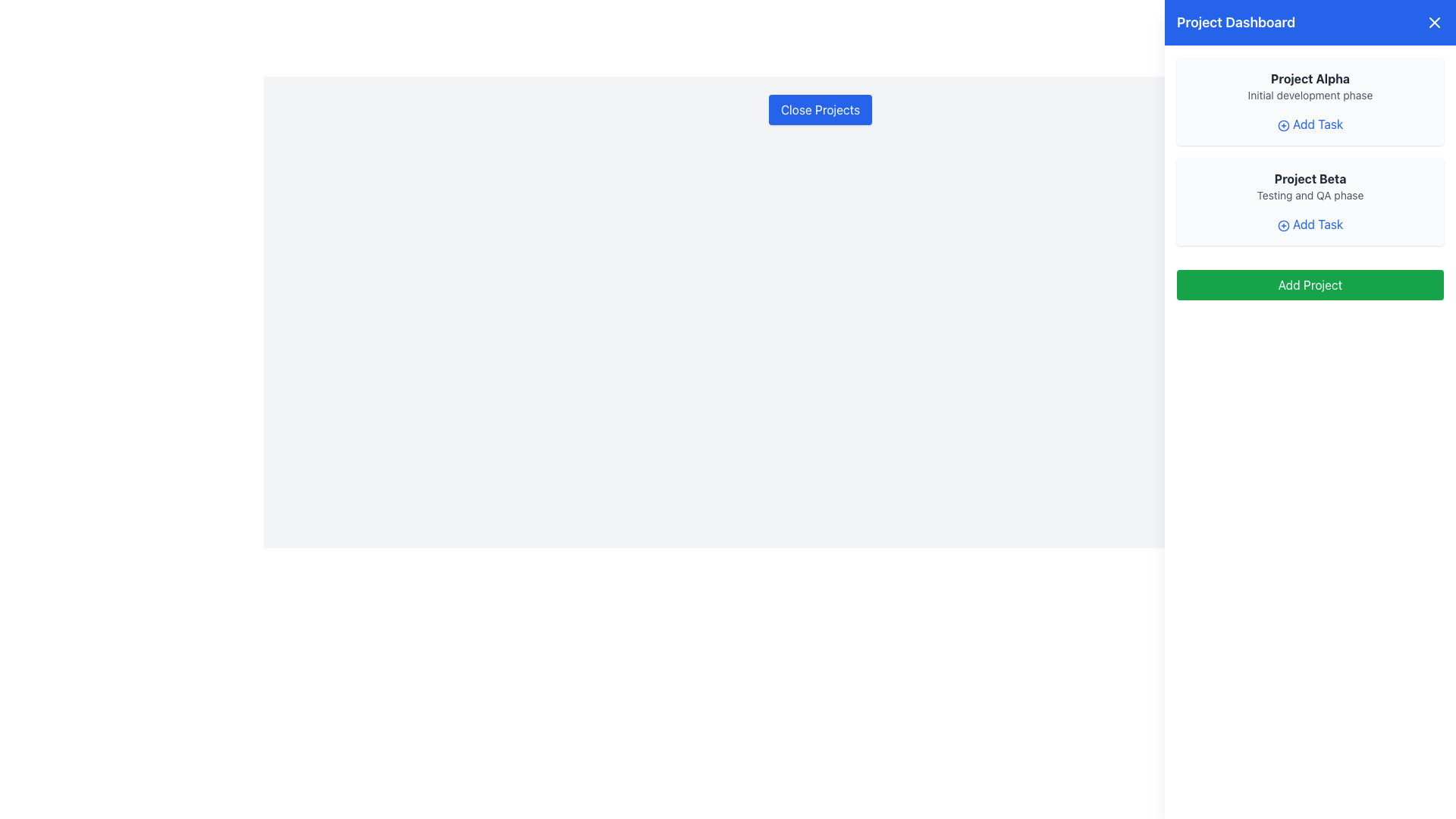 This screenshot has width=1456, height=819. Describe the element at coordinates (1310, 224) in the screenshot. I see `the blue hyperlink styled as 'Add Task' located in the 'Project Beta' section` at that location.